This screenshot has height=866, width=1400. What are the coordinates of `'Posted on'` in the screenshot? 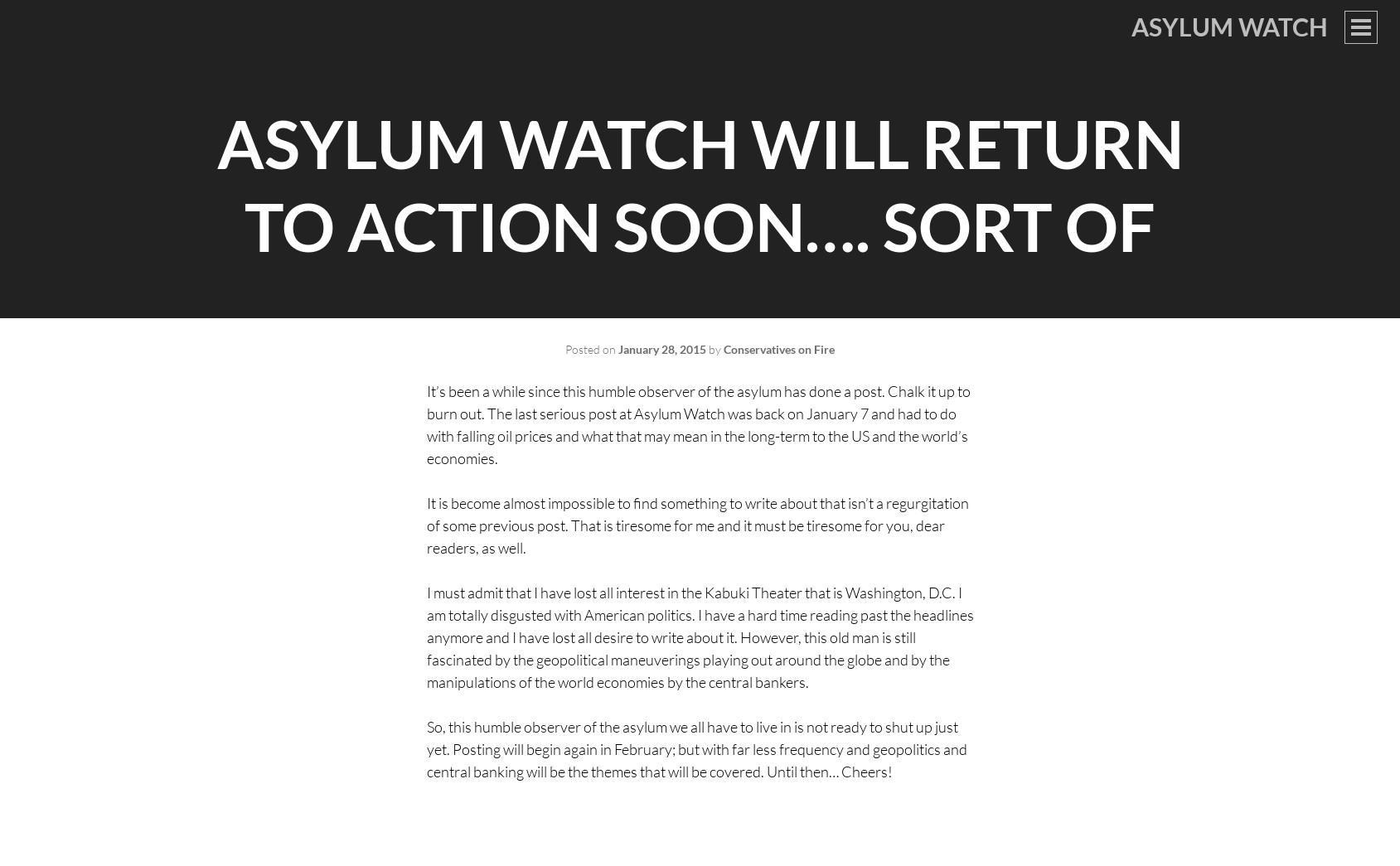 It's located at (591, 349).